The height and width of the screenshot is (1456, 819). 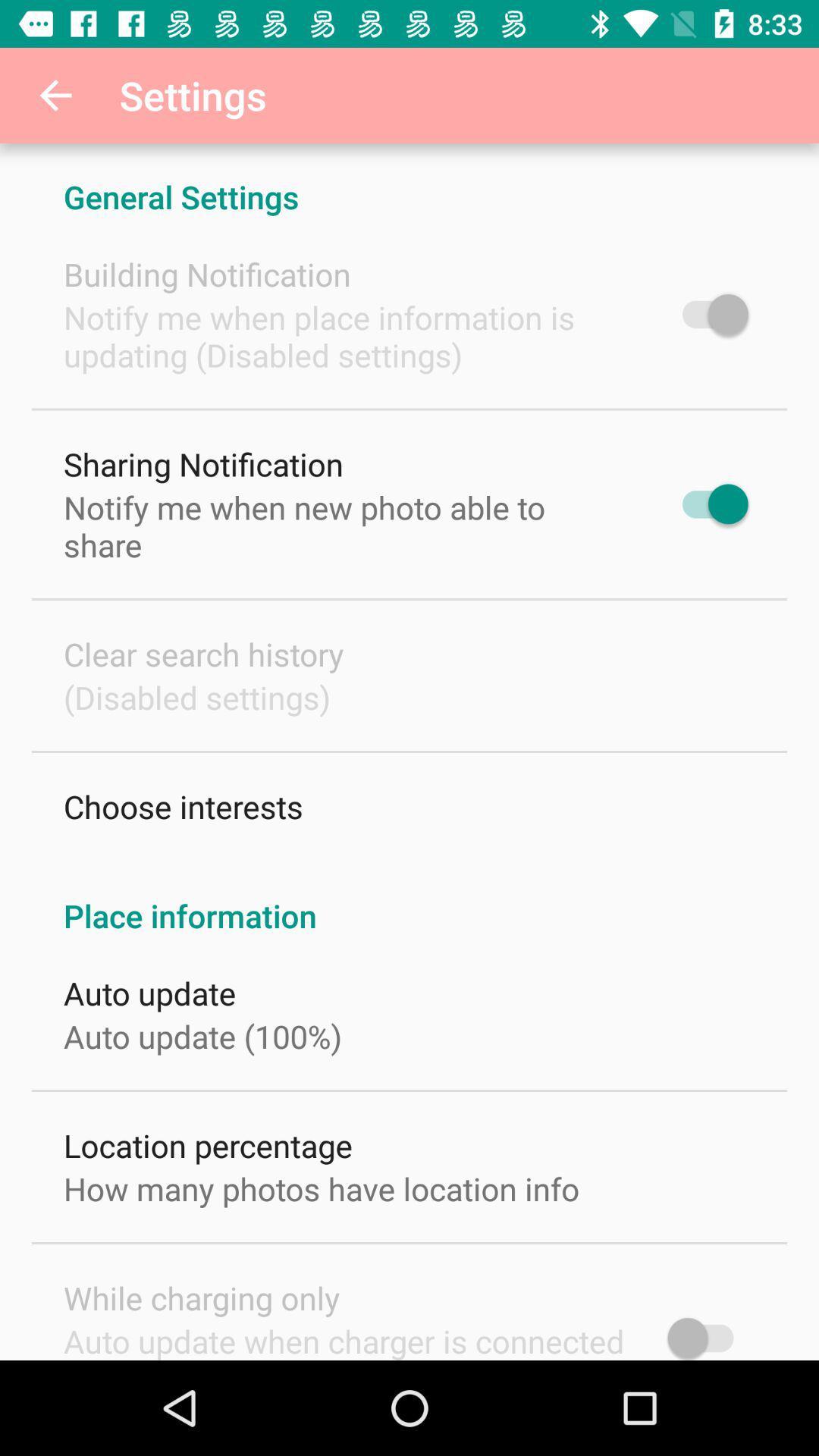 I want to click on the icon above the general settings item, so click(x=55, y=94).